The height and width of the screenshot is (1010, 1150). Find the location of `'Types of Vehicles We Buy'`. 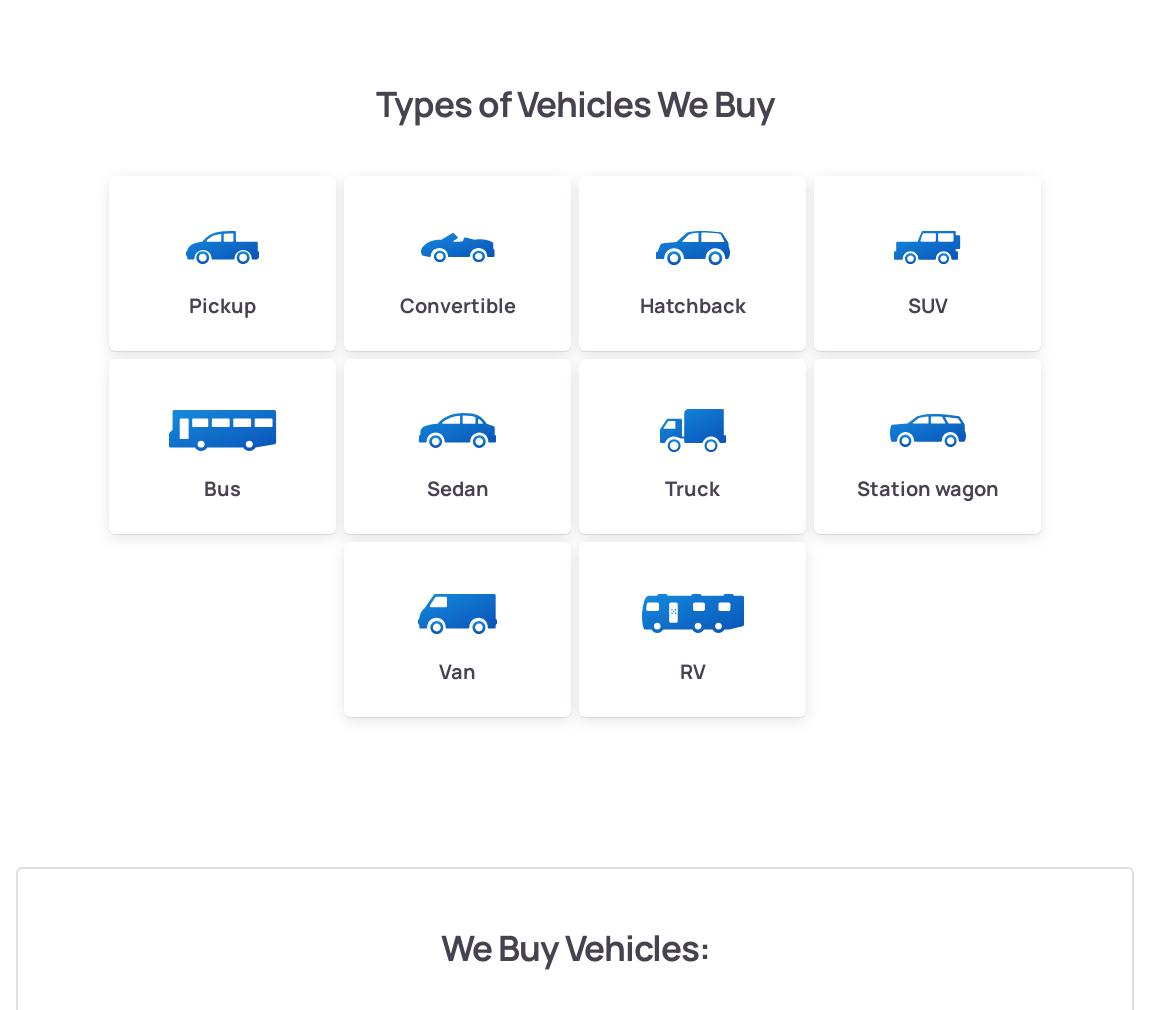

'Types of Vehicles We Buy' is located at coordinates (574, 102).